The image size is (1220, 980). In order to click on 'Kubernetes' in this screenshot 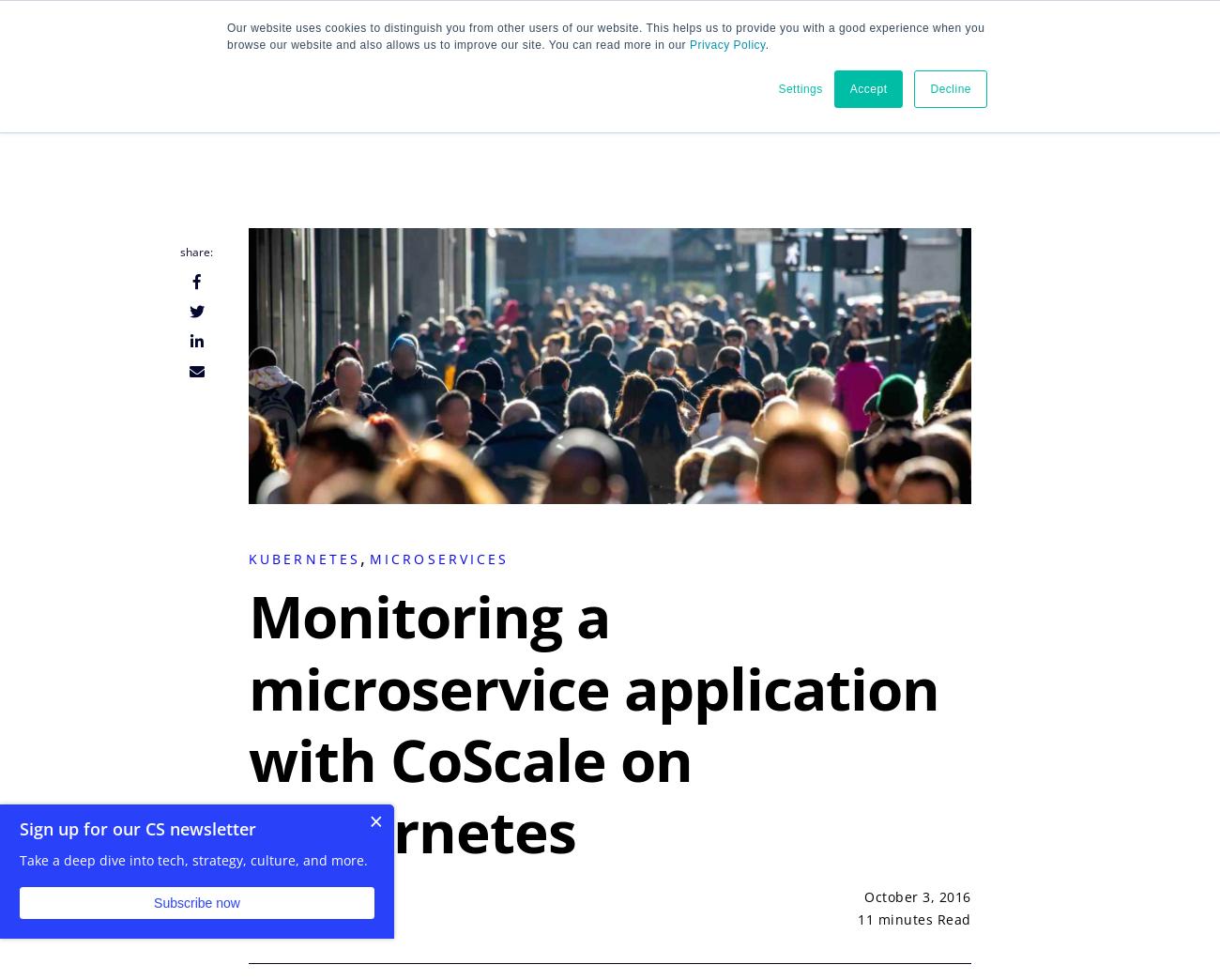, I will do `click(247, 559)`.